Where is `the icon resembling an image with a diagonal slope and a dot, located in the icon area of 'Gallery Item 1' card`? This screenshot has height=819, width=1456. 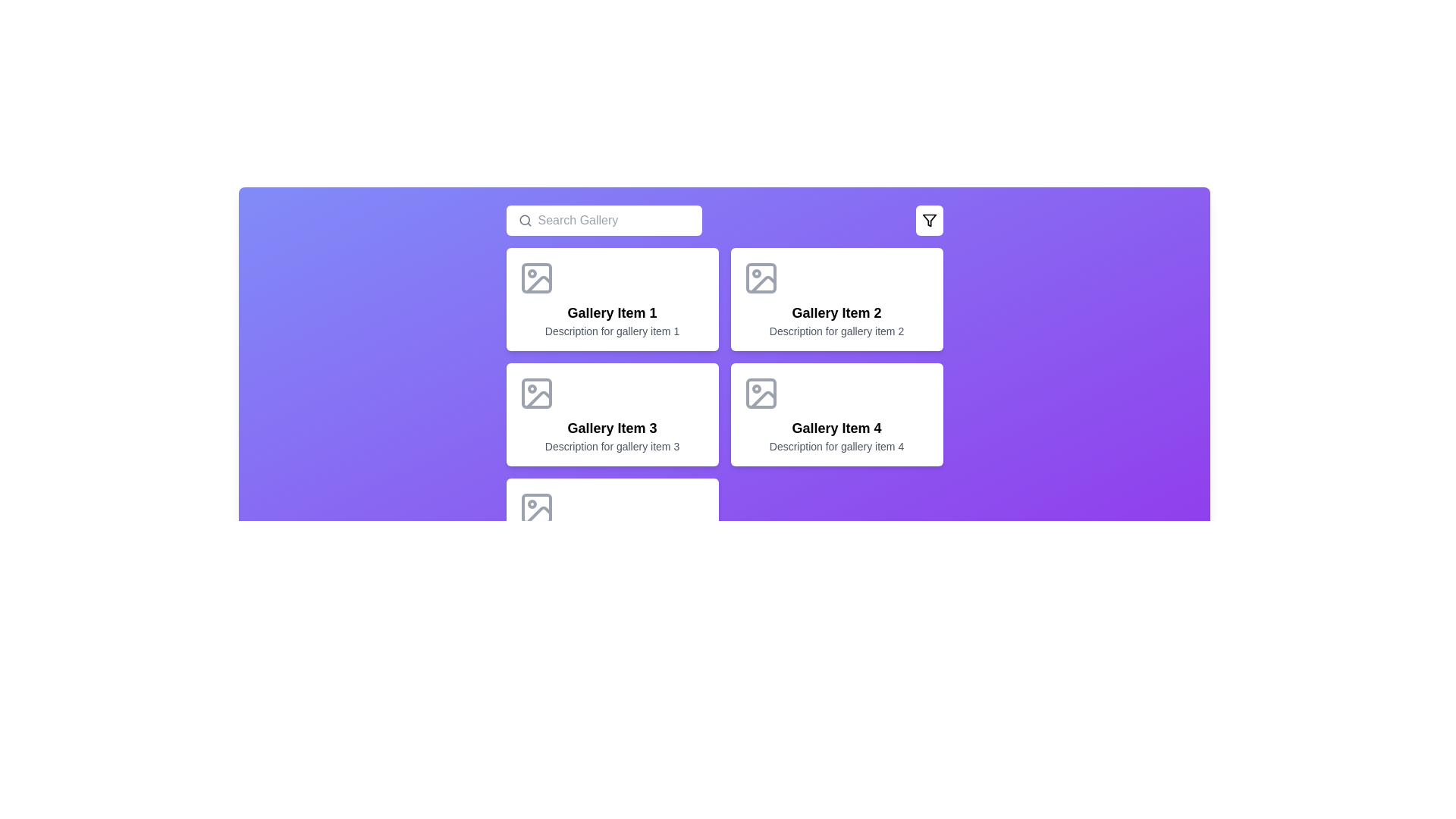 the icon resembling an image with a diagonal slope and a dot, located in the icon area of 'Gallery Item 1' card is located at coordinates (538, 284).